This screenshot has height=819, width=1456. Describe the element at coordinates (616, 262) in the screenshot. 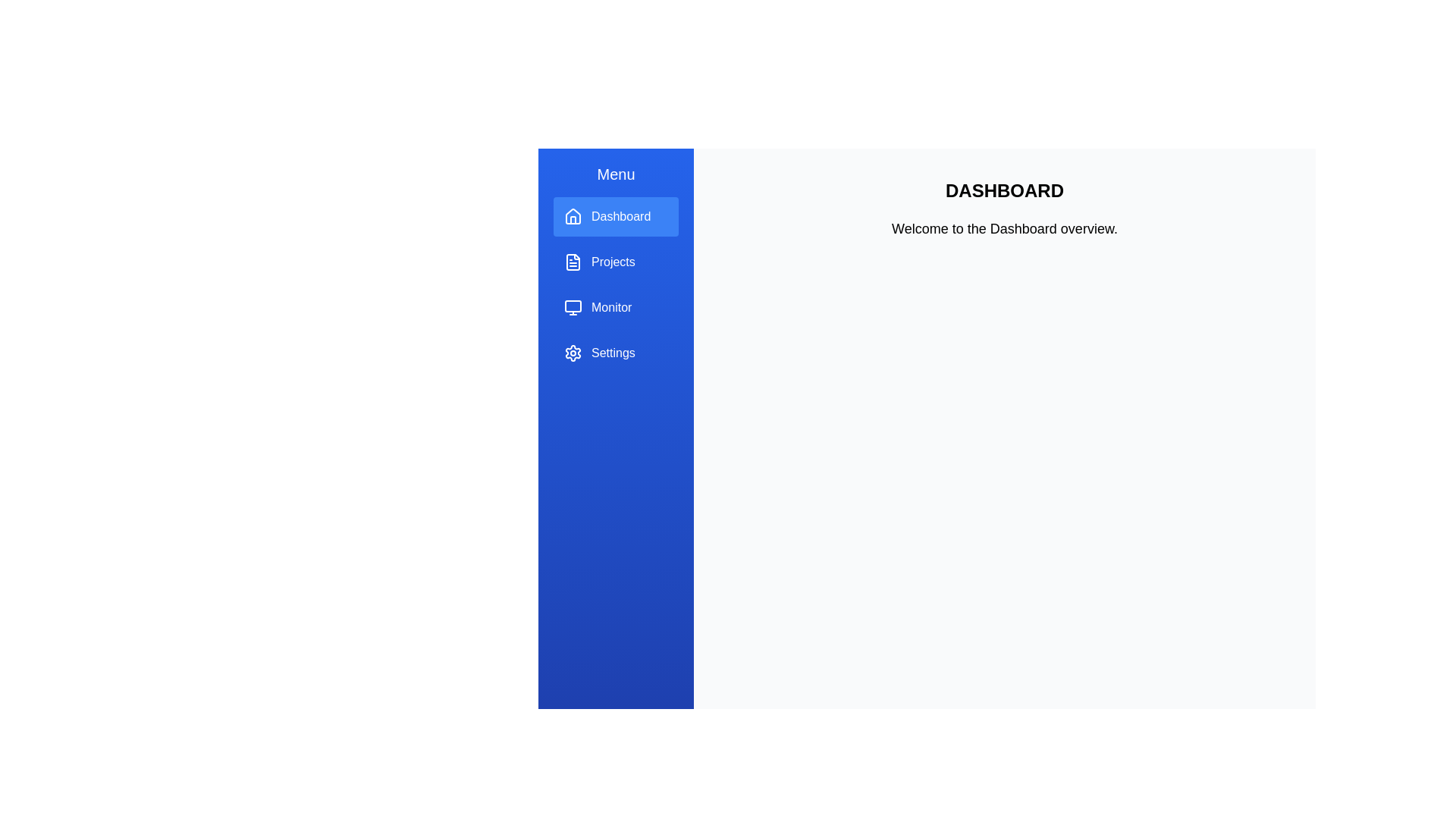

I see `the 'Projects' navigation button, which is the second item in the vertical menu of the application` at that location.